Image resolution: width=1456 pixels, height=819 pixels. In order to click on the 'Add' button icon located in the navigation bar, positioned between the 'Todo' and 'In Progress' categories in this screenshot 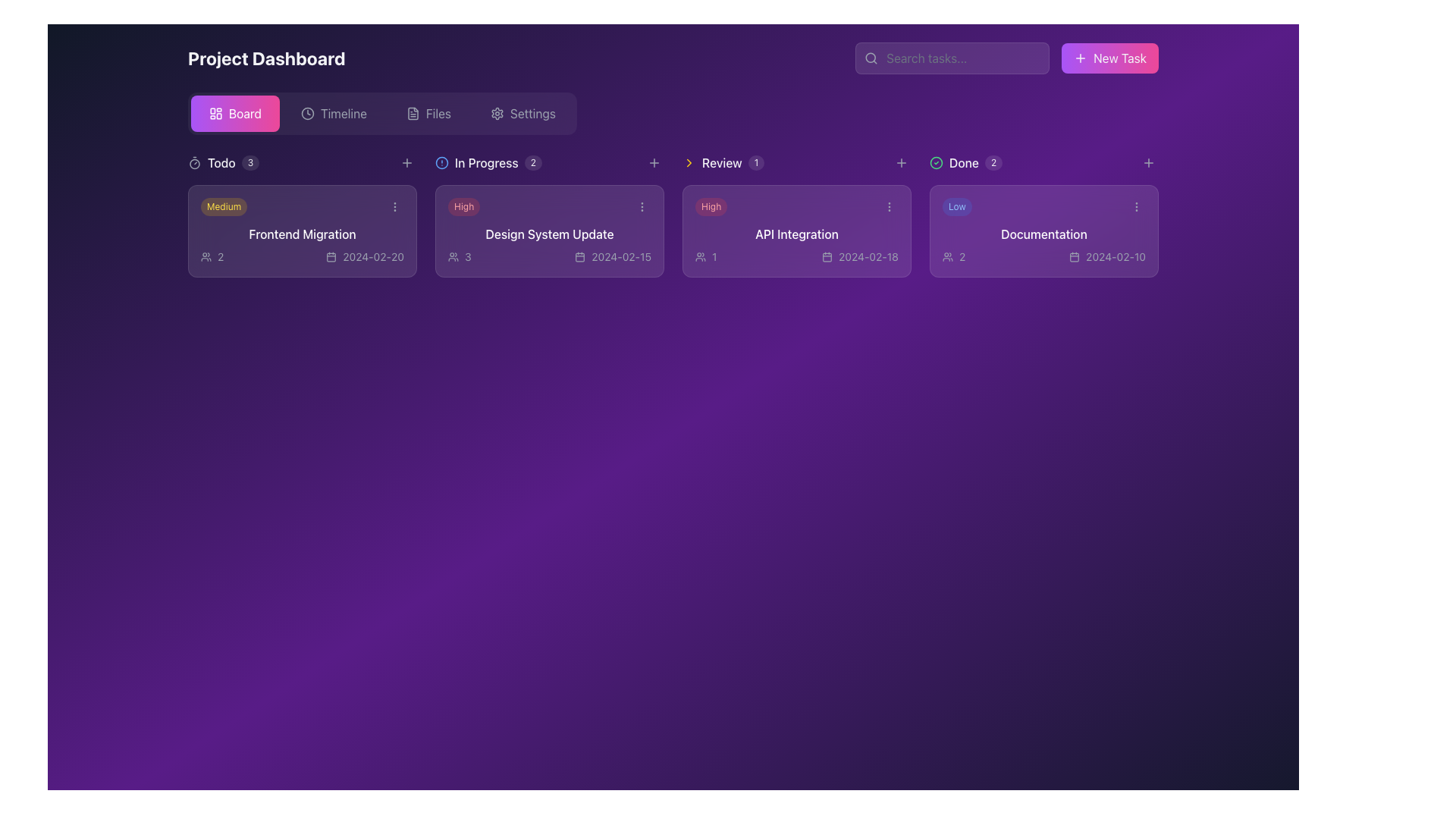, I will do `click(407, 163)`.